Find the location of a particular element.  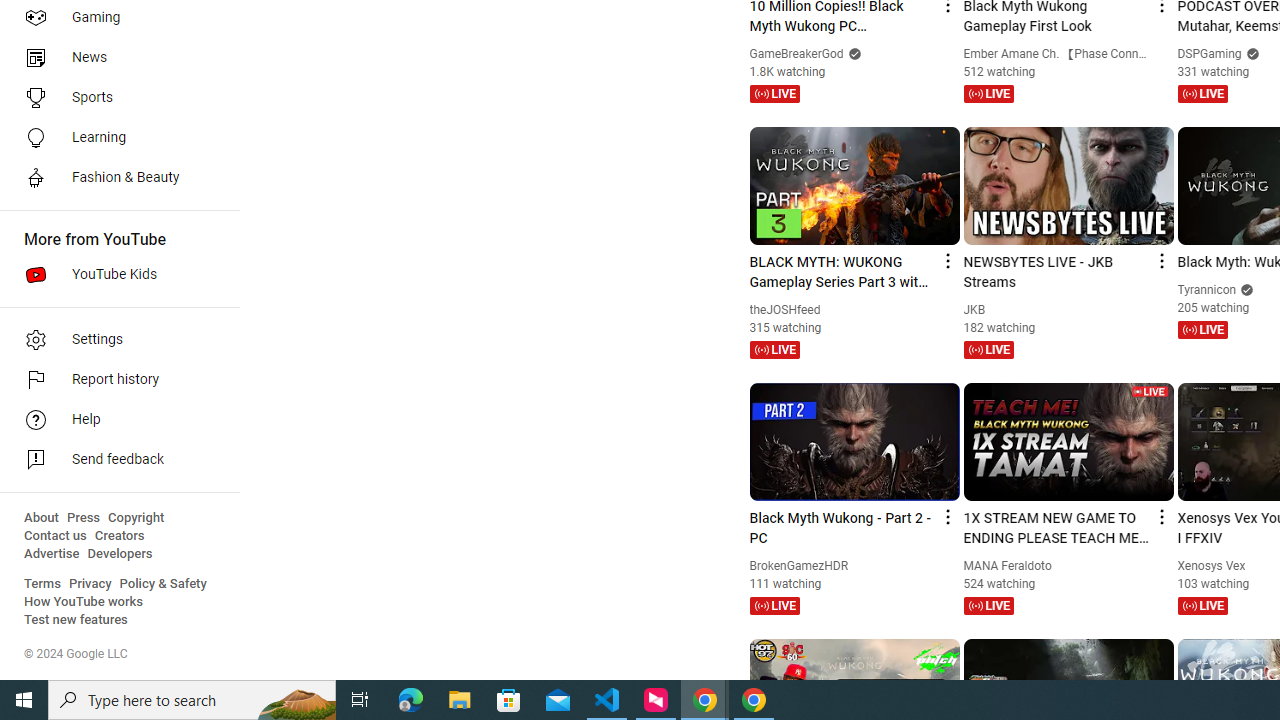

'How YouTube works' is located at coordinates (82, 601).